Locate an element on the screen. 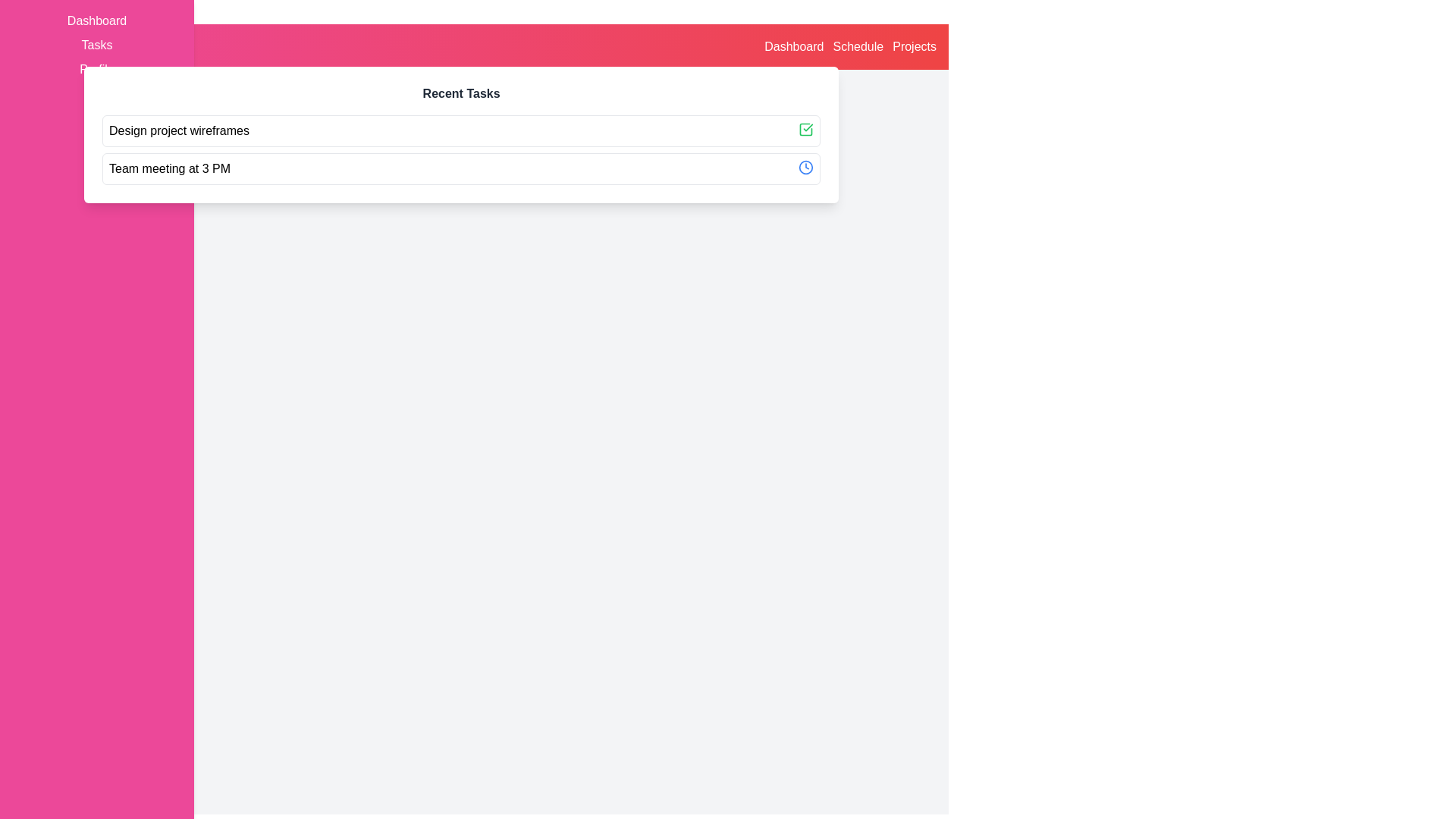  graphical details of the green checklist icon, which is the first icon in the 'Recent Tasks' list, located to the far right of the first task item is located at coordinates (805, 128).